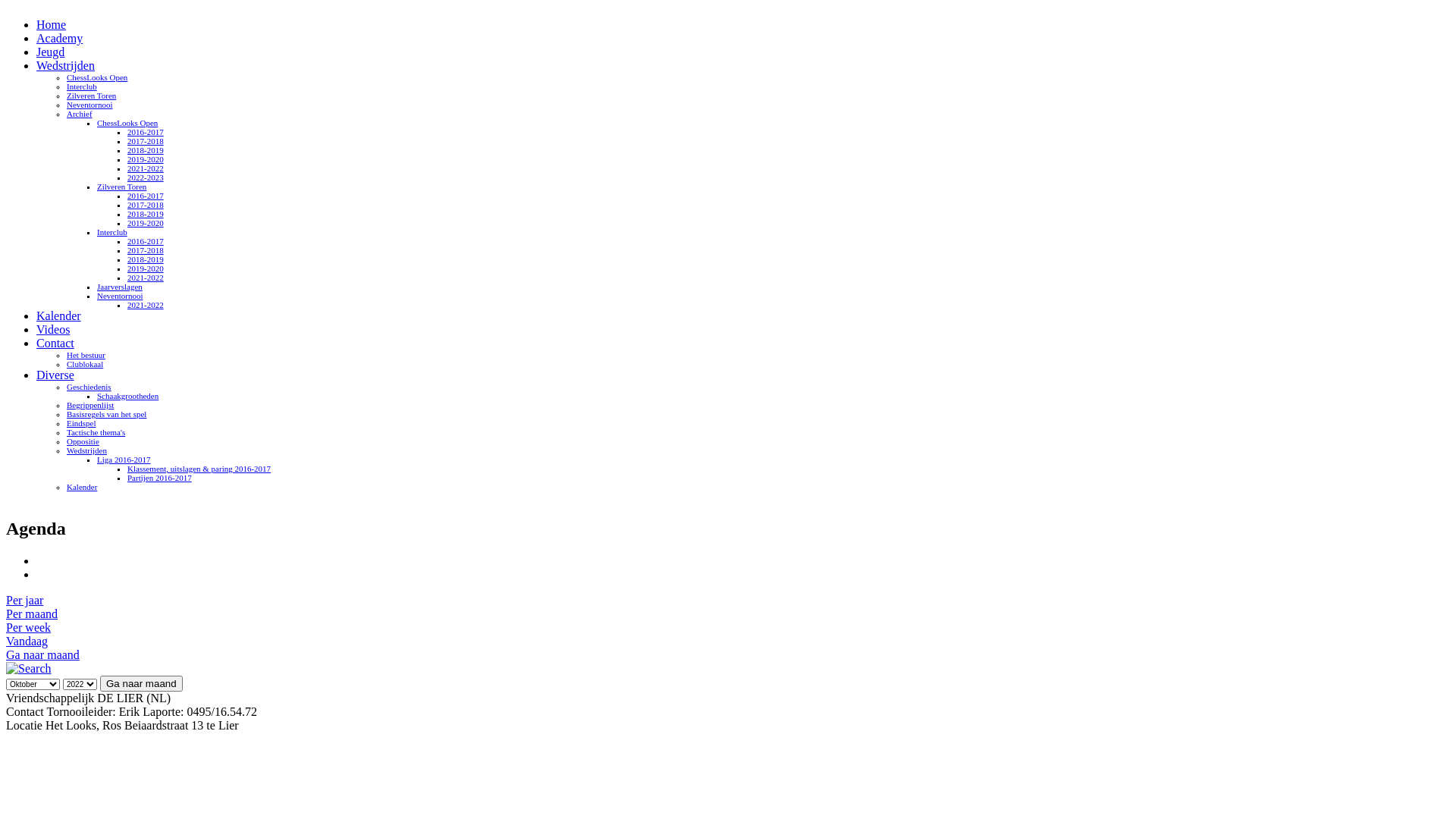 This screenshot has width=1456, height=819. What do you see at coordinates (119, 295) in the screenshot?
I see `'Neventornooi'` at bounding box center [119, 295].